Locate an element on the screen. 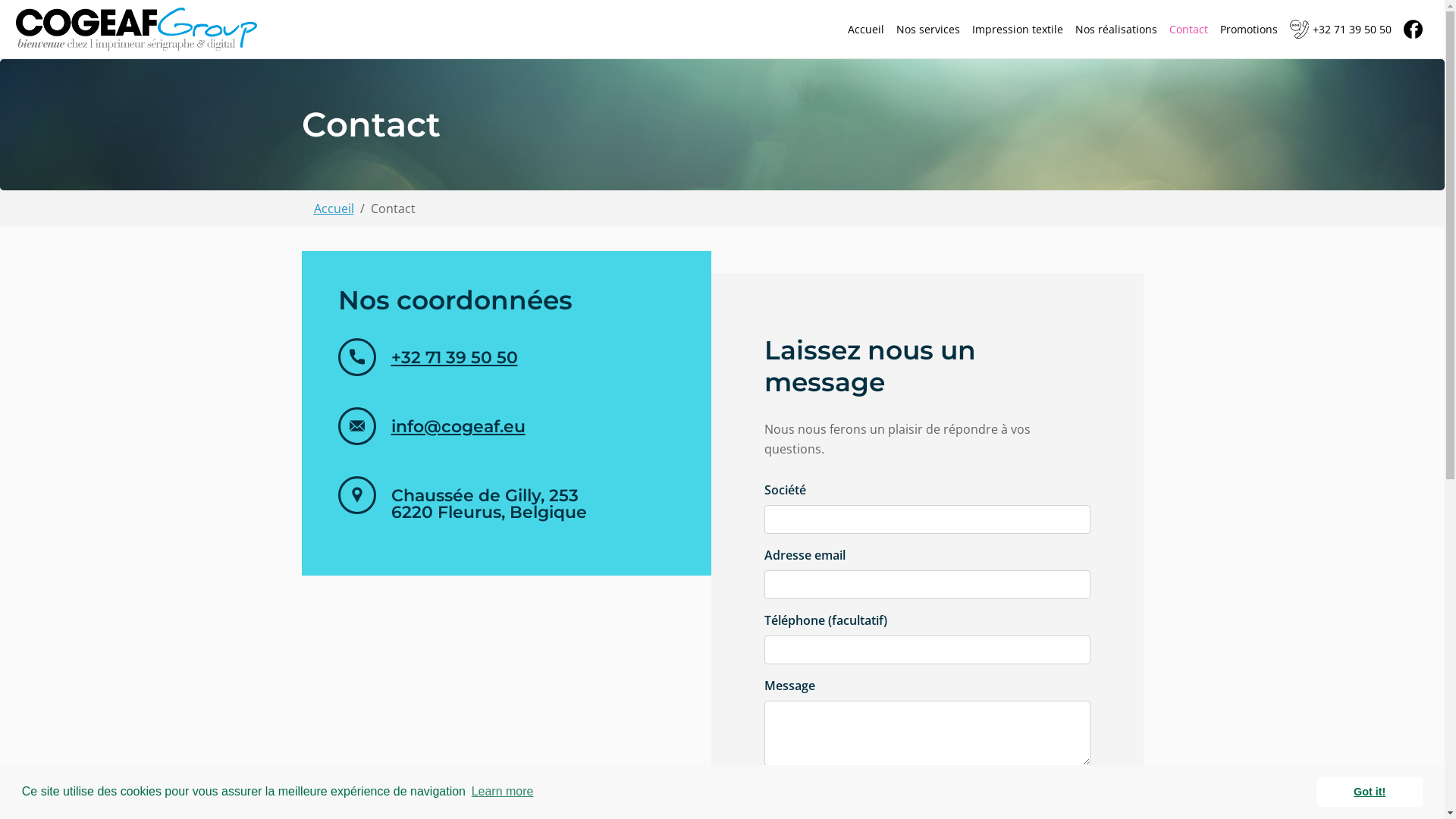 This screenshot has height=819, width=1456. '+32 71 39 50 50' is located at coordinates (391, 357).